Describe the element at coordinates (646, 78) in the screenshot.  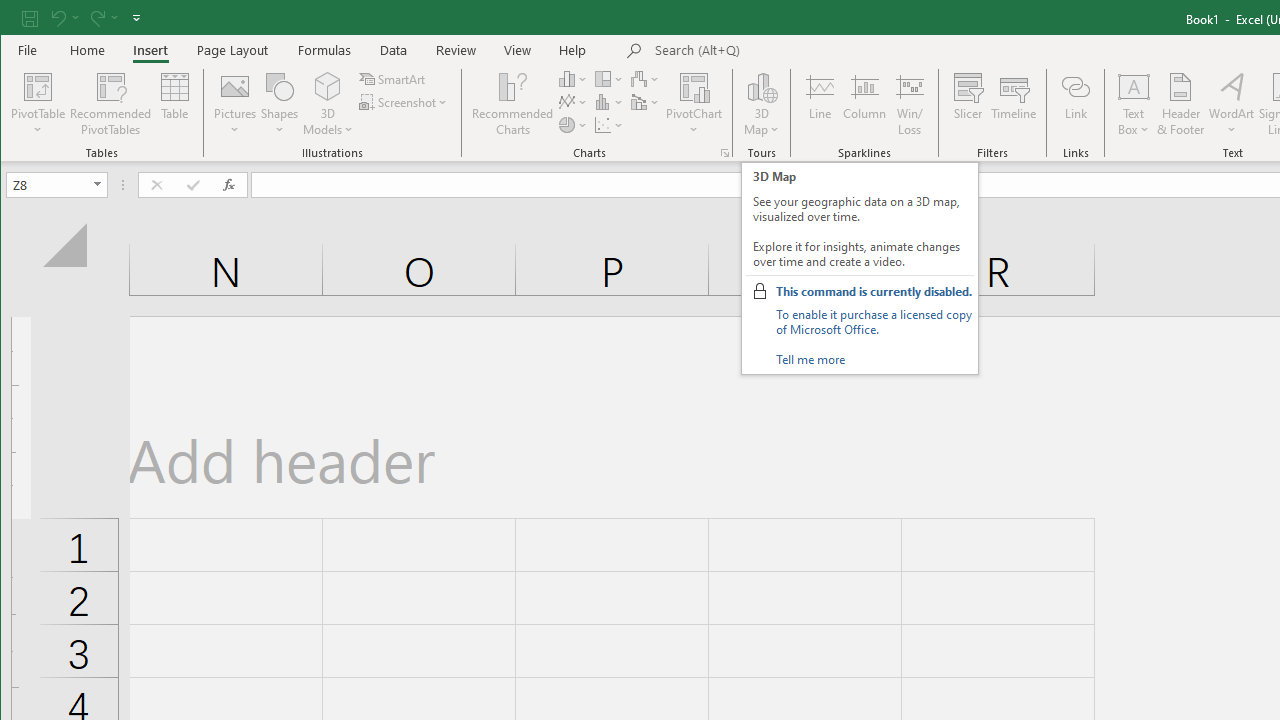
I see `'Insert Waterfall, Funnel, Stock, Surface, or Radar Chart'` at that location.